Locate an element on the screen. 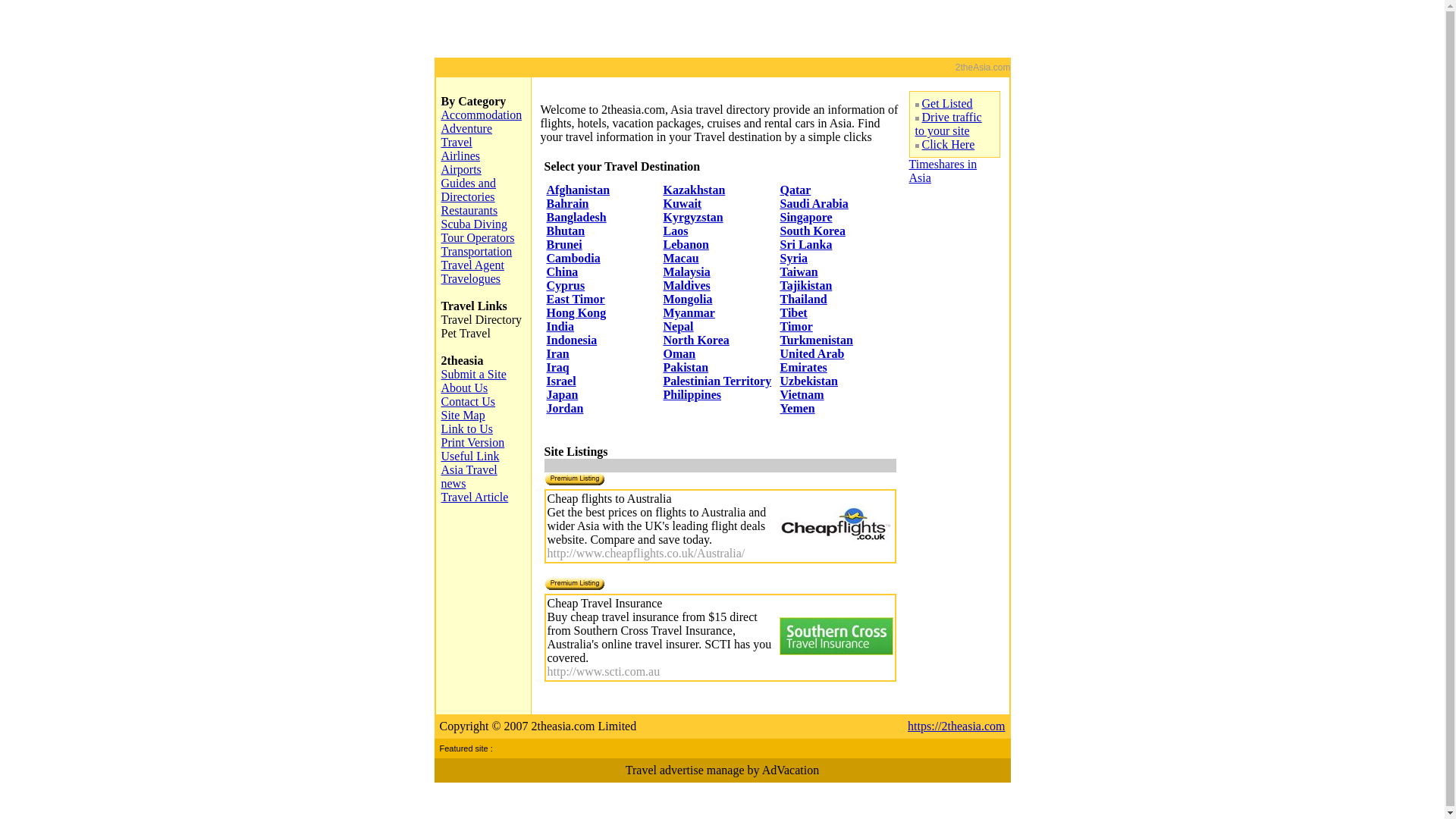  'Travel Article' is located at coordinates (474, 497).